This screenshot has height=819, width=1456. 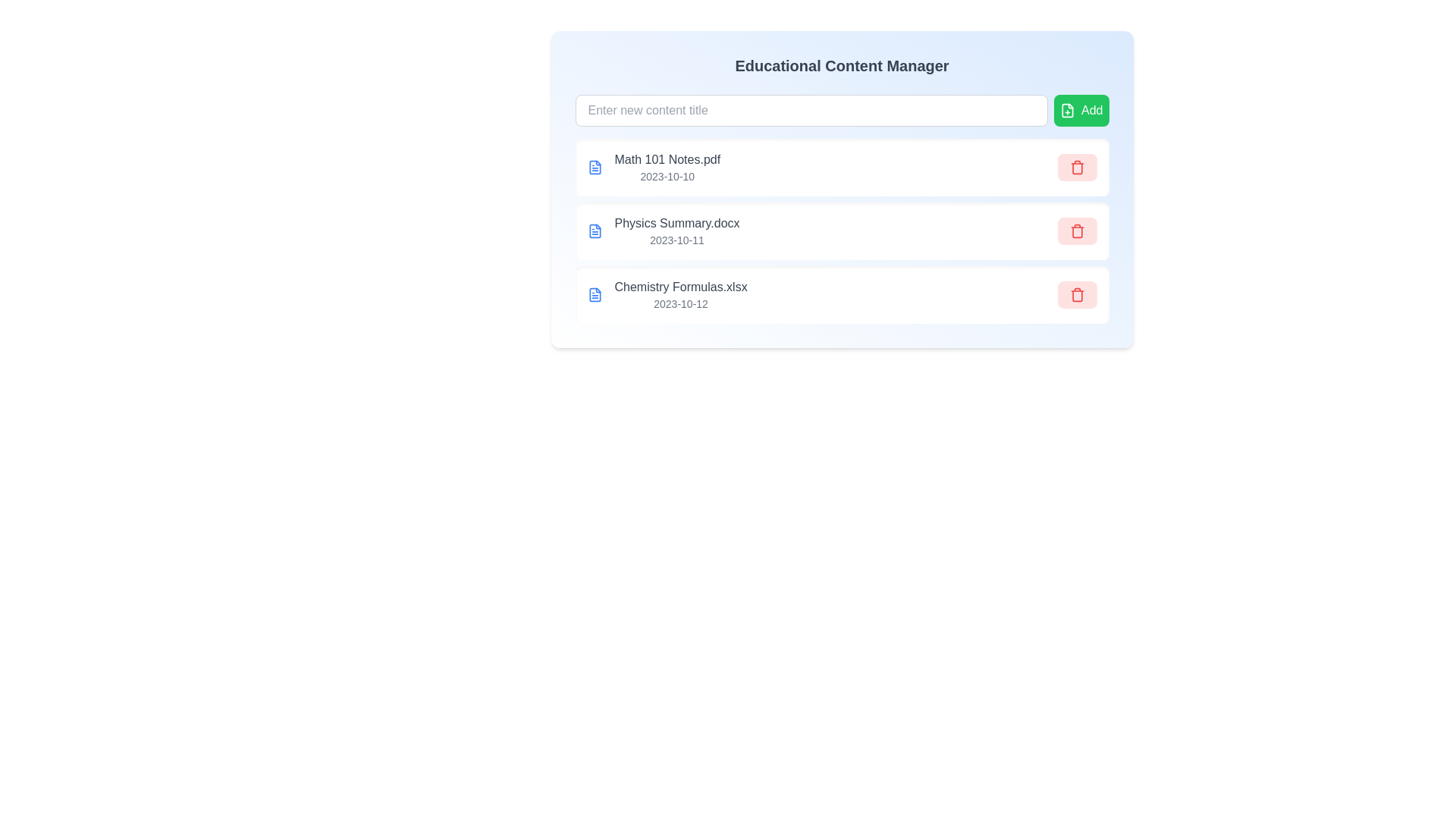 What do you see at coordinates (654, 167) in the screenshot?
I see `the list item displaying the file details for 'Math 101 Notes.pdf', which includes a blue file icon and a date '2023-10-10'` at bounding box center [654, 167].